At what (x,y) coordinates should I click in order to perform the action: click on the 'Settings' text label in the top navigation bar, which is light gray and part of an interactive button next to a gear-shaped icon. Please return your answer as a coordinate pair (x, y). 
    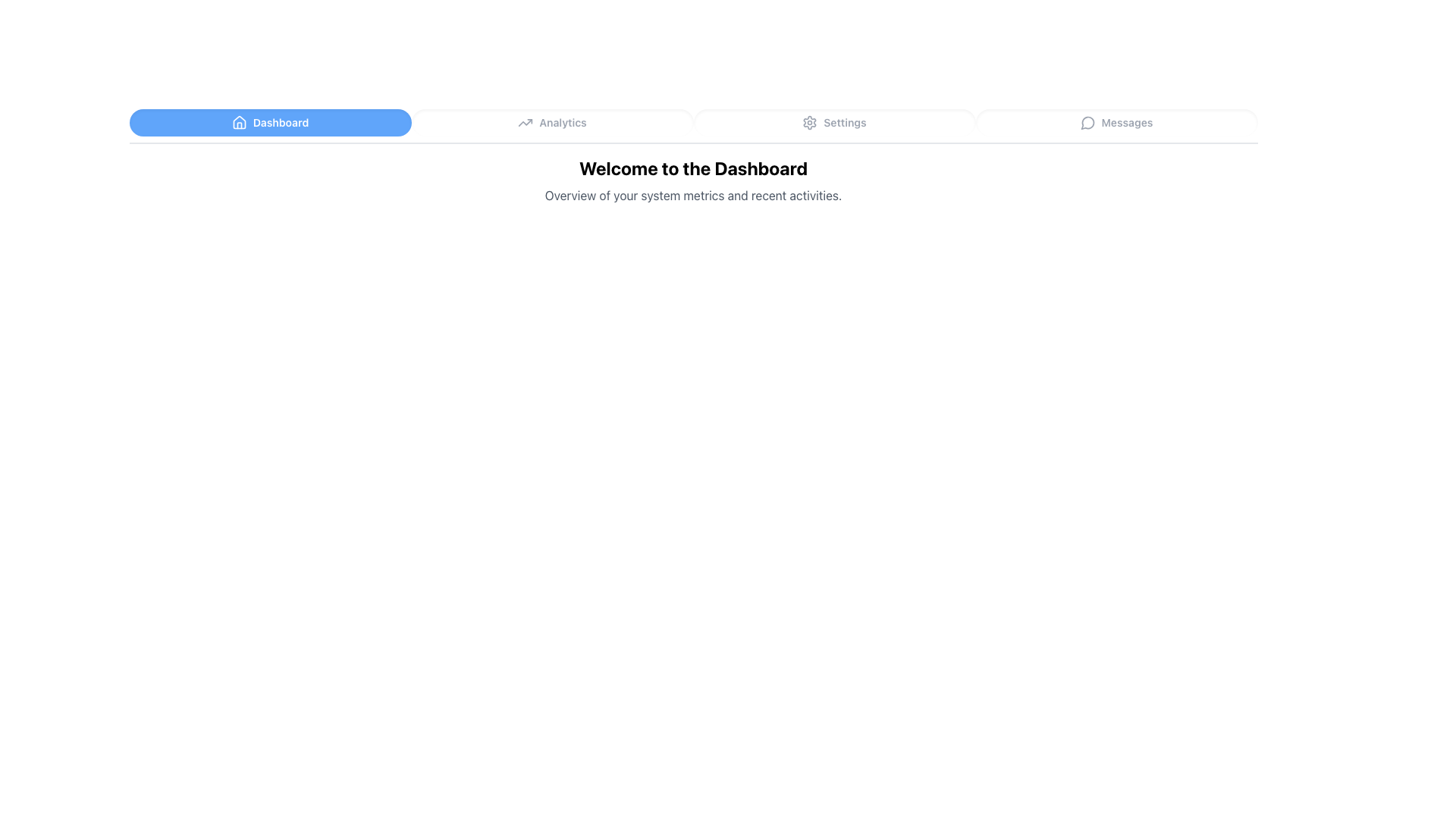
    Looking at the image, I should click on (844, 122).